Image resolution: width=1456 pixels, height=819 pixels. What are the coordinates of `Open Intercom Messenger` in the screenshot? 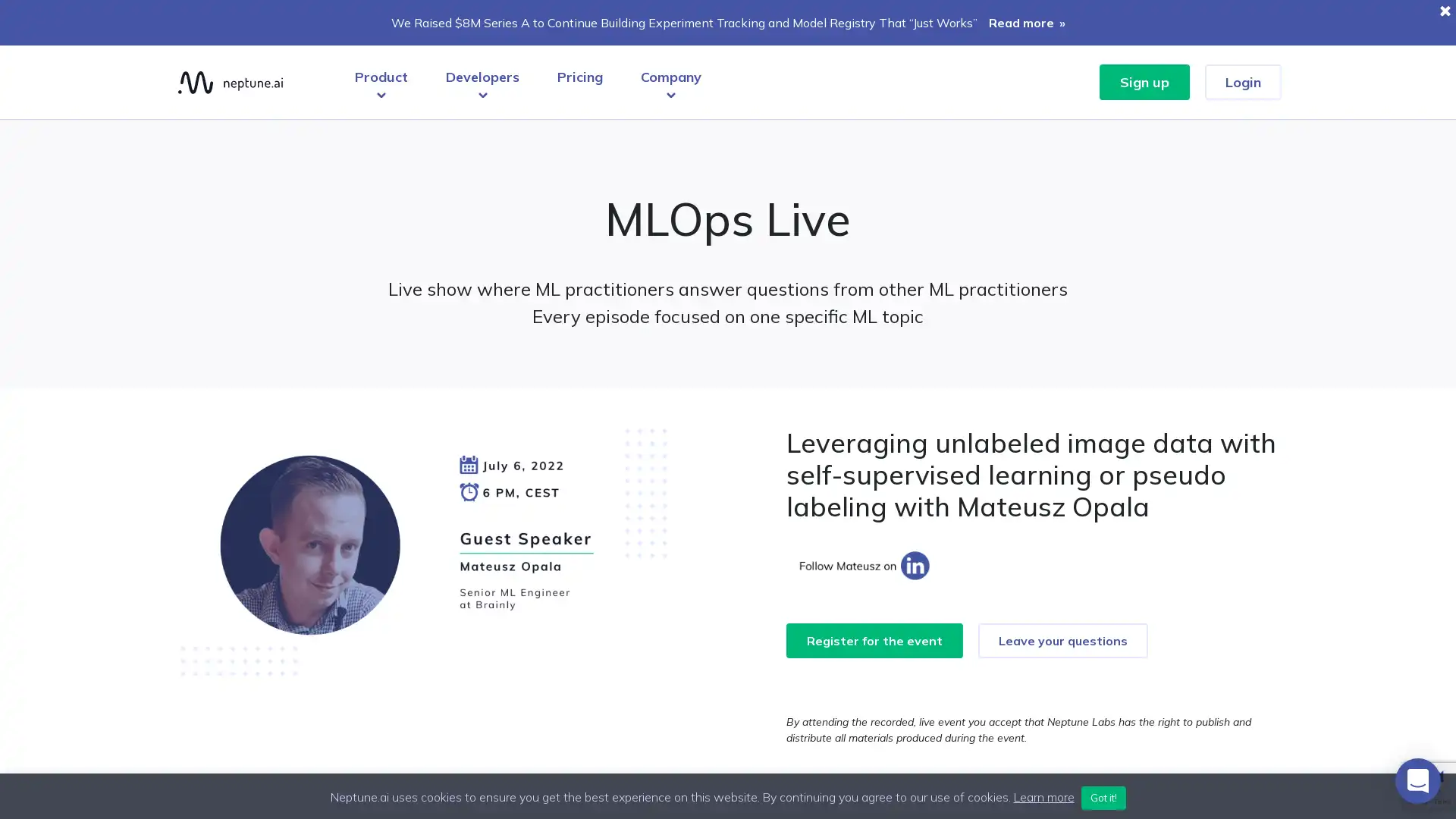 It's located at (1417, 780).